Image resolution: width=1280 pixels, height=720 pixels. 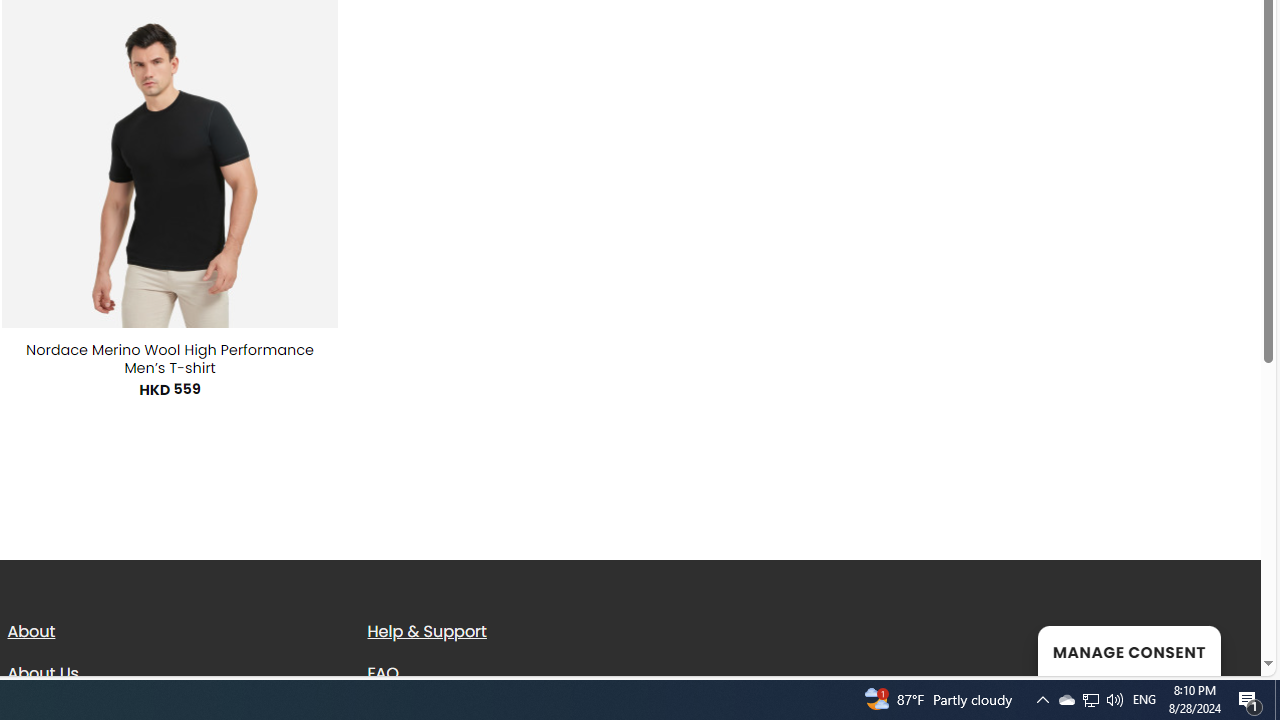 What do you see at coordinates (1219, 648) in the screenshot?
I see `'Go to top'` at bounding box center [1219, 648].